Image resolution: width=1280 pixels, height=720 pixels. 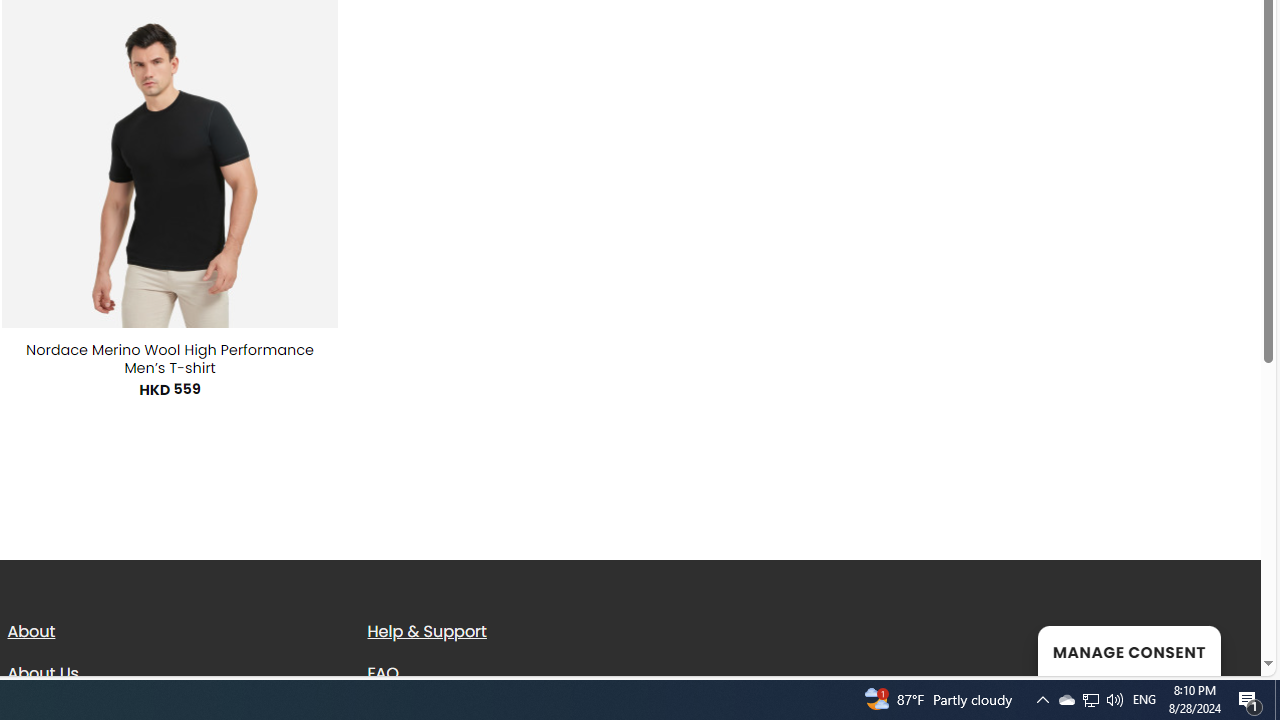 What do you see at coordinates (1219, 648) in the screenshot?
I see `'Go to top'` at bounding box center [1219, 648].